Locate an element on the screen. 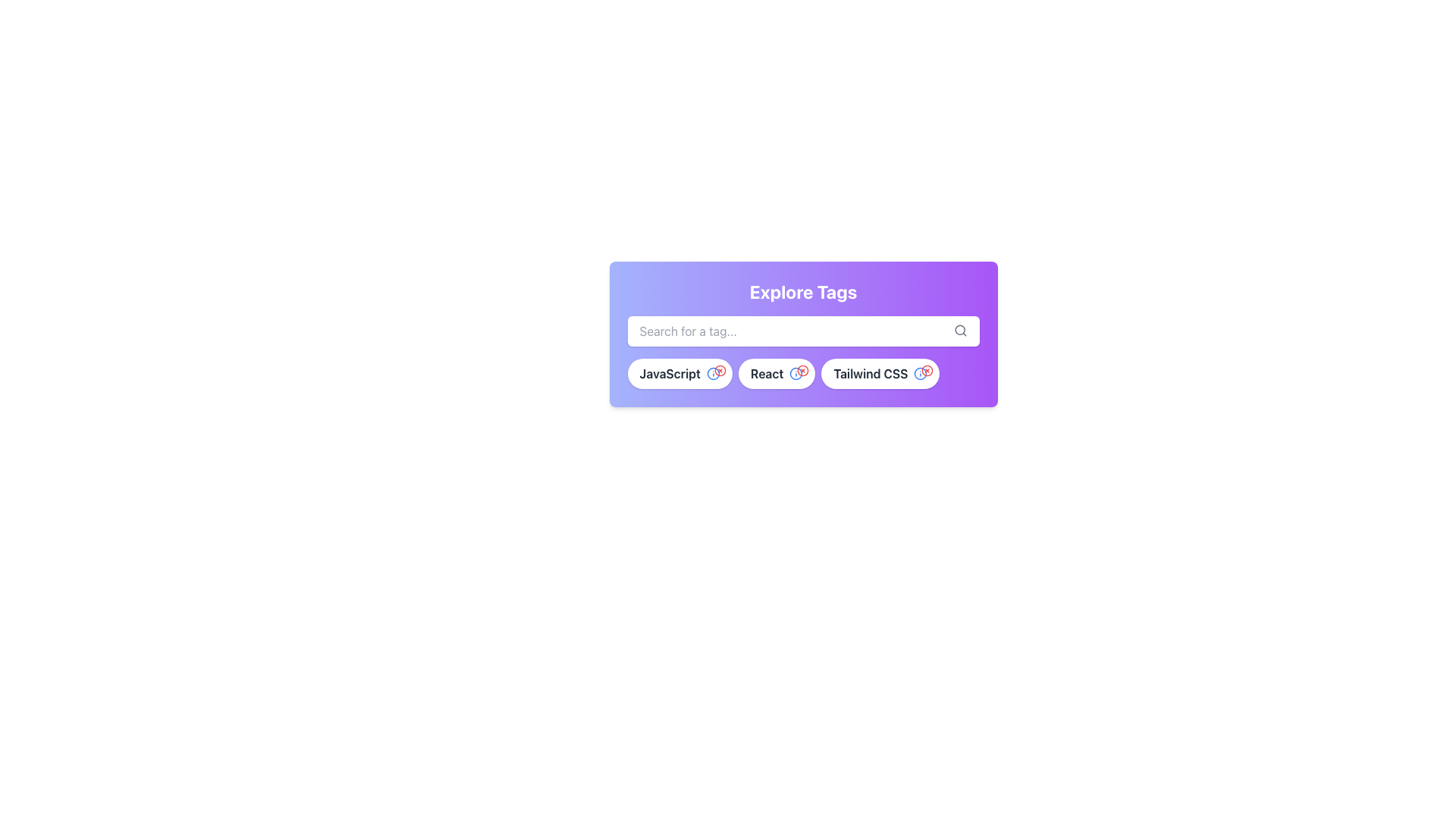  the 'Tailwind CSS' tag button, which is the third pill-shaped button in a group is located at coordinates (880, 374).